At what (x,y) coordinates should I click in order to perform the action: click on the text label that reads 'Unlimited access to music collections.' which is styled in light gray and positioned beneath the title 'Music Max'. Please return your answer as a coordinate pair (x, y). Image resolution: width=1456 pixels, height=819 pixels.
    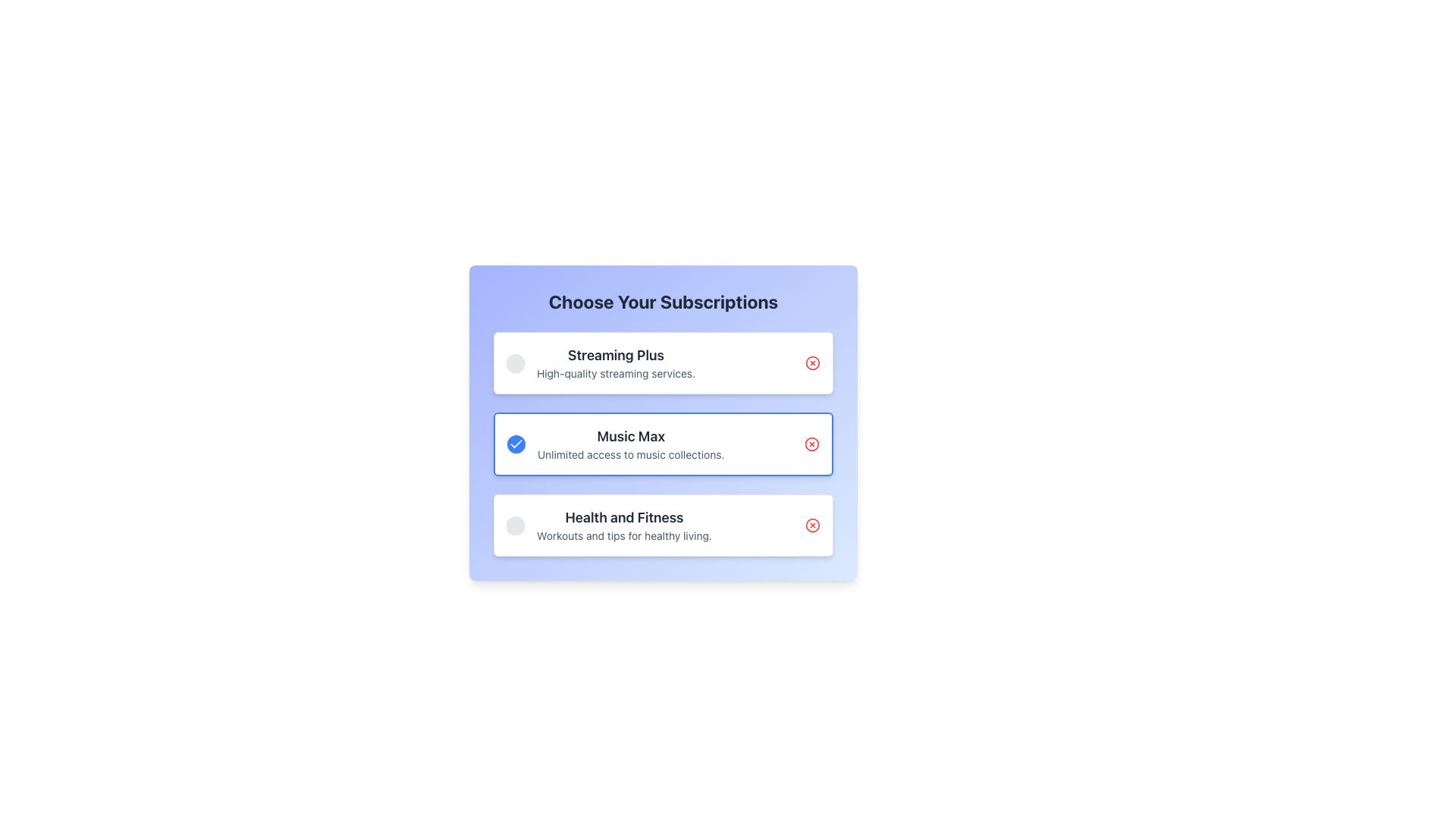
    Looking at the image, I should click on (631, 454).